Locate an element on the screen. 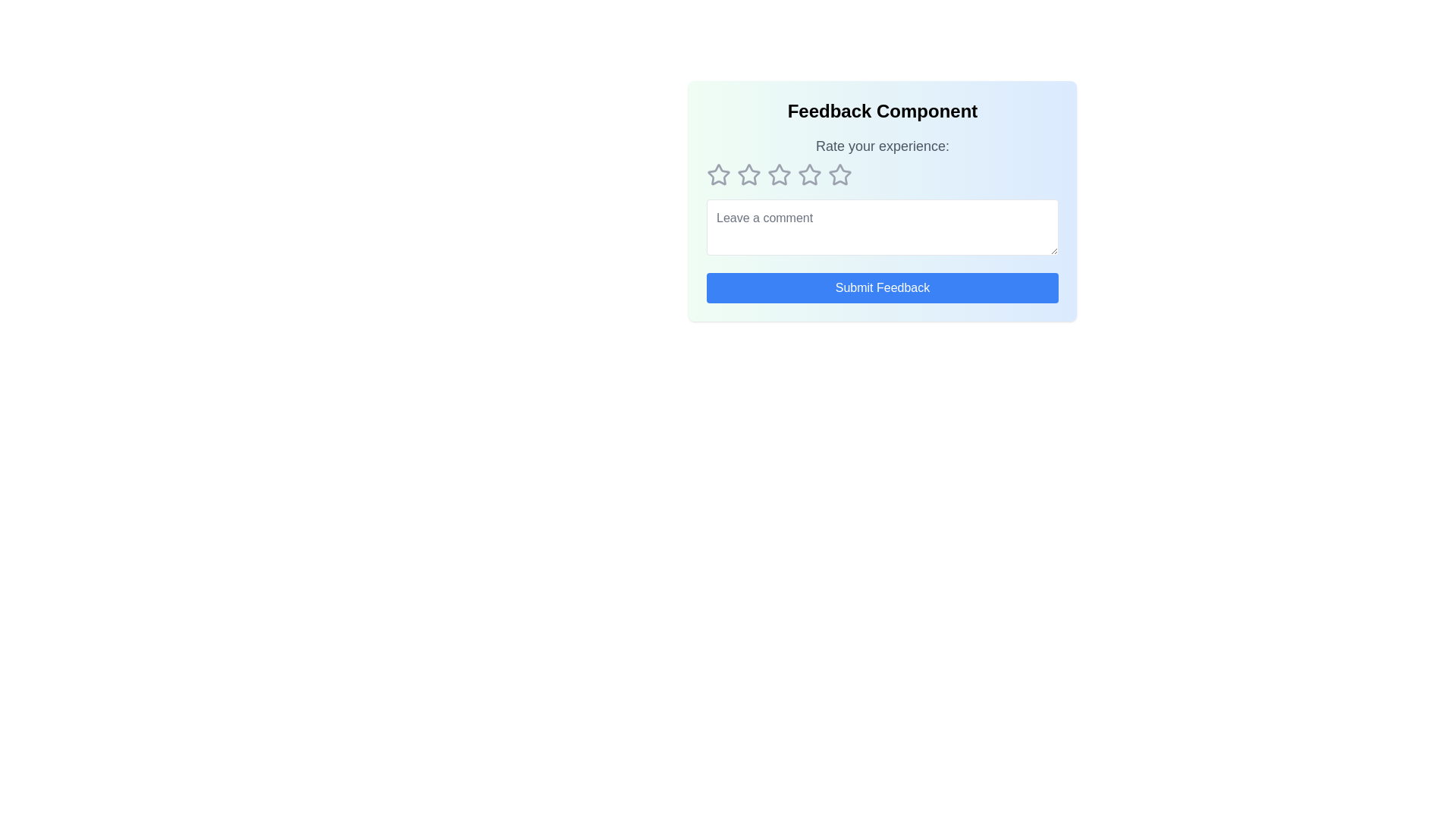 Image resolution: width=1456 pixels, height=819 pixels. across the star icons in the Rating widget is located at coordinates (882, 174).